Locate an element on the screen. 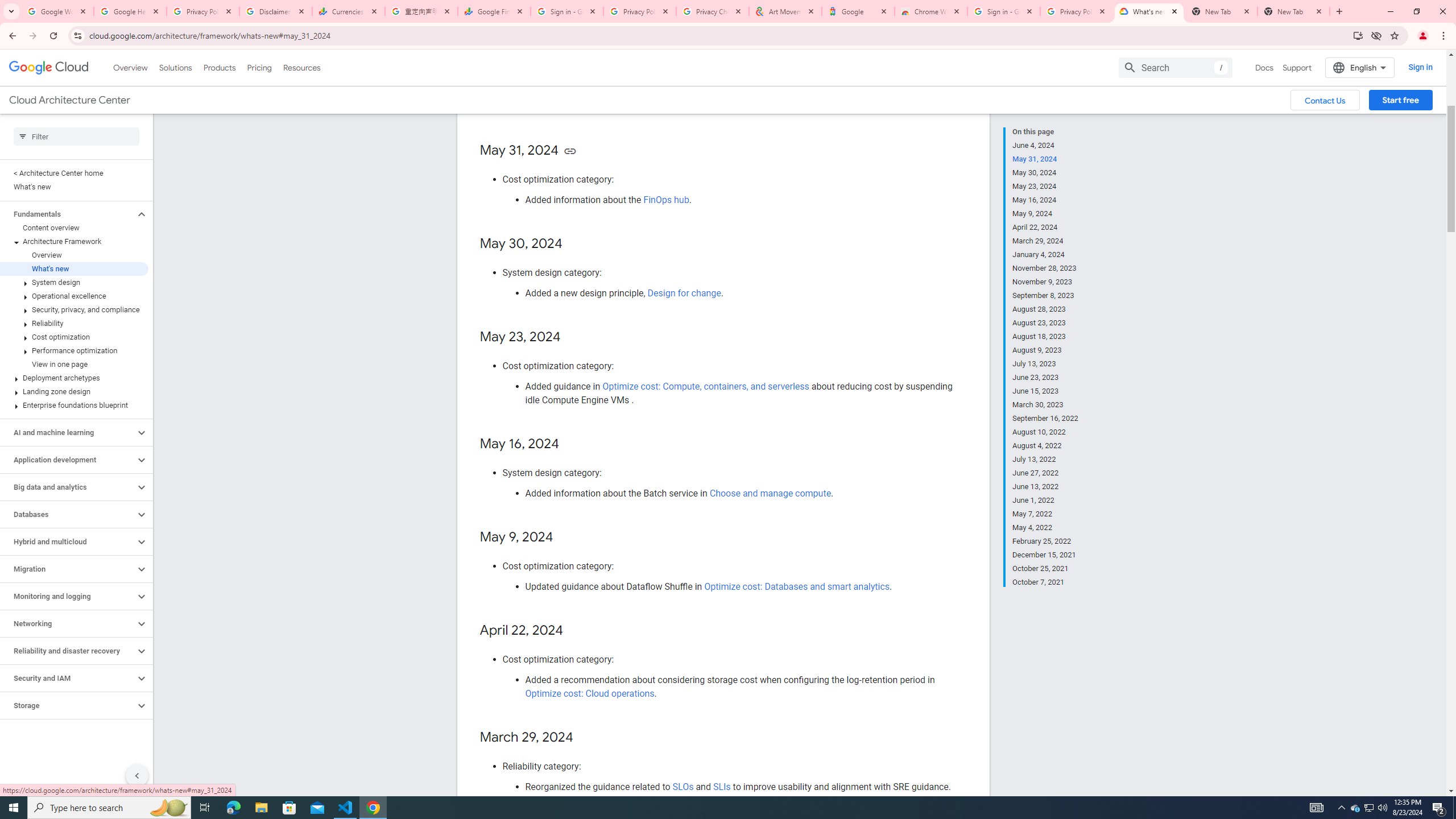  'System design' is located at coordinates (74, 282).